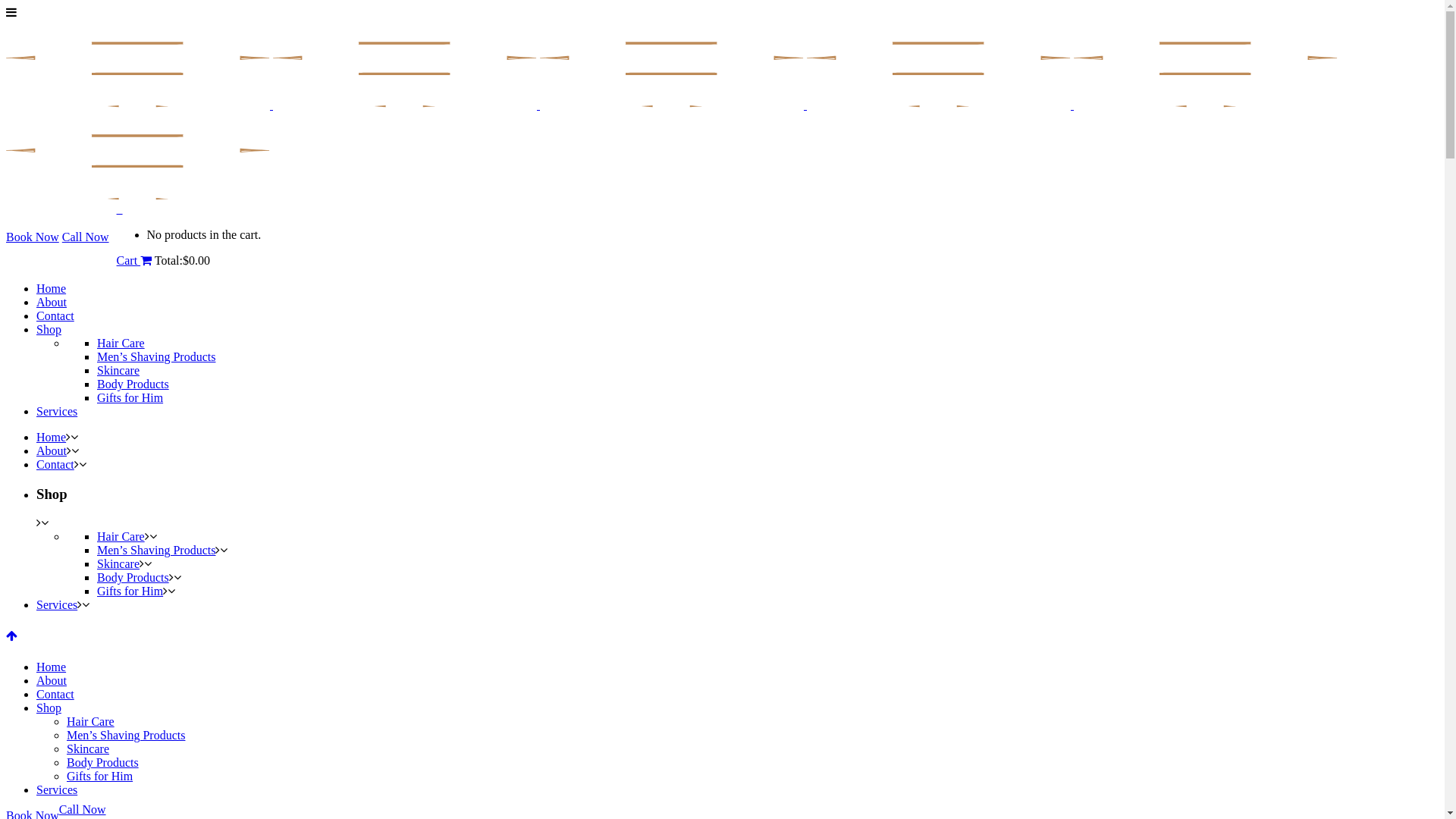  I want to click on 'Contact', so click(36, 315).